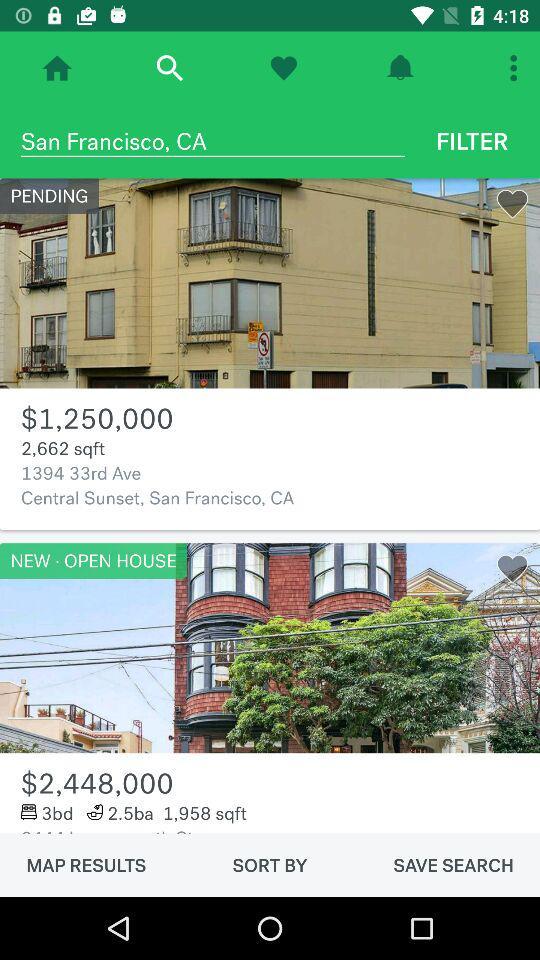 This screenshot has width=540, height=960. What do you see at coordinates (57, 68) in the screenshot?
I see `home` at bounding box center [57, 68].